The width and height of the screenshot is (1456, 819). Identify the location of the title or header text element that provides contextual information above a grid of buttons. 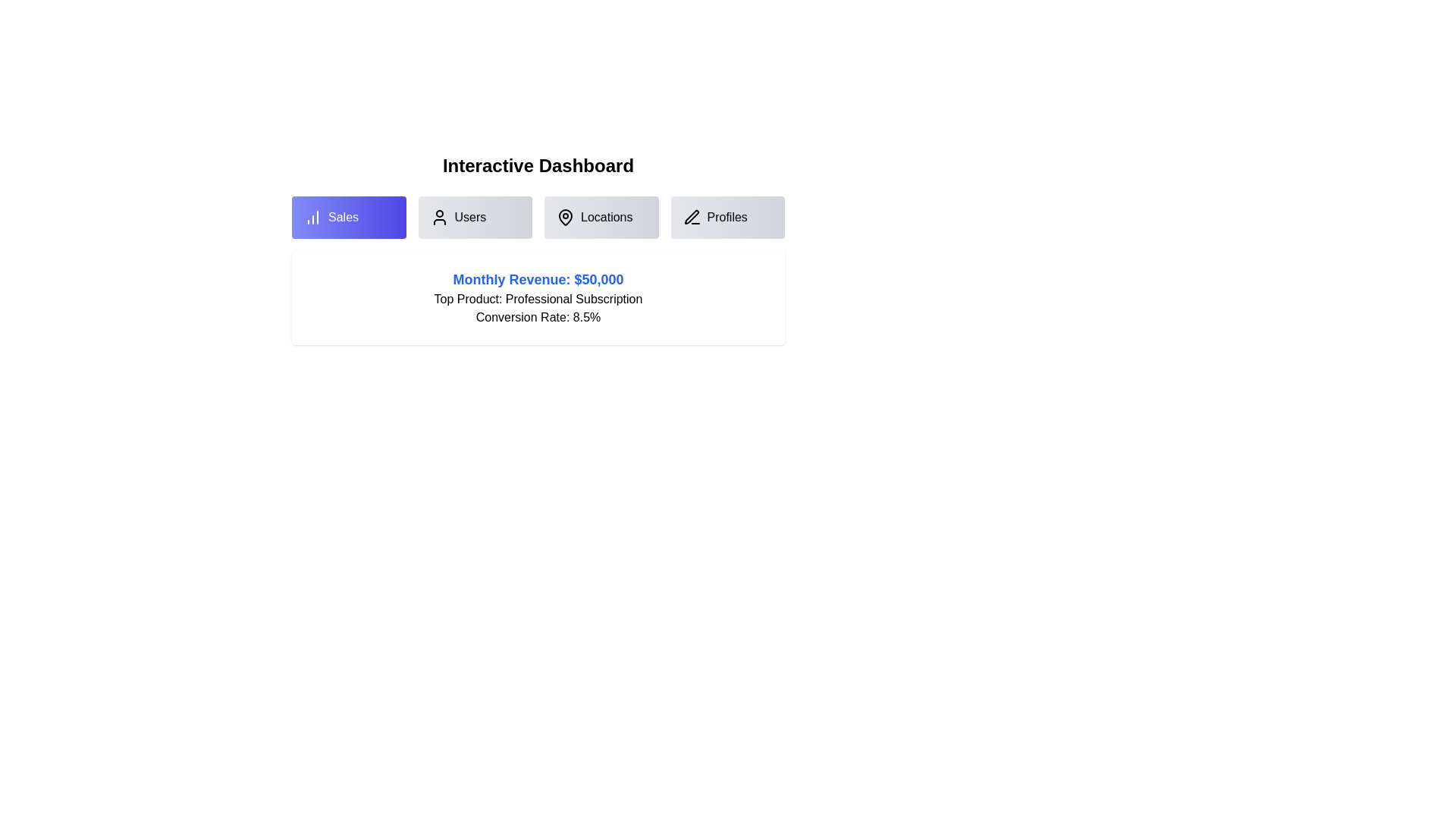
(538, 166).